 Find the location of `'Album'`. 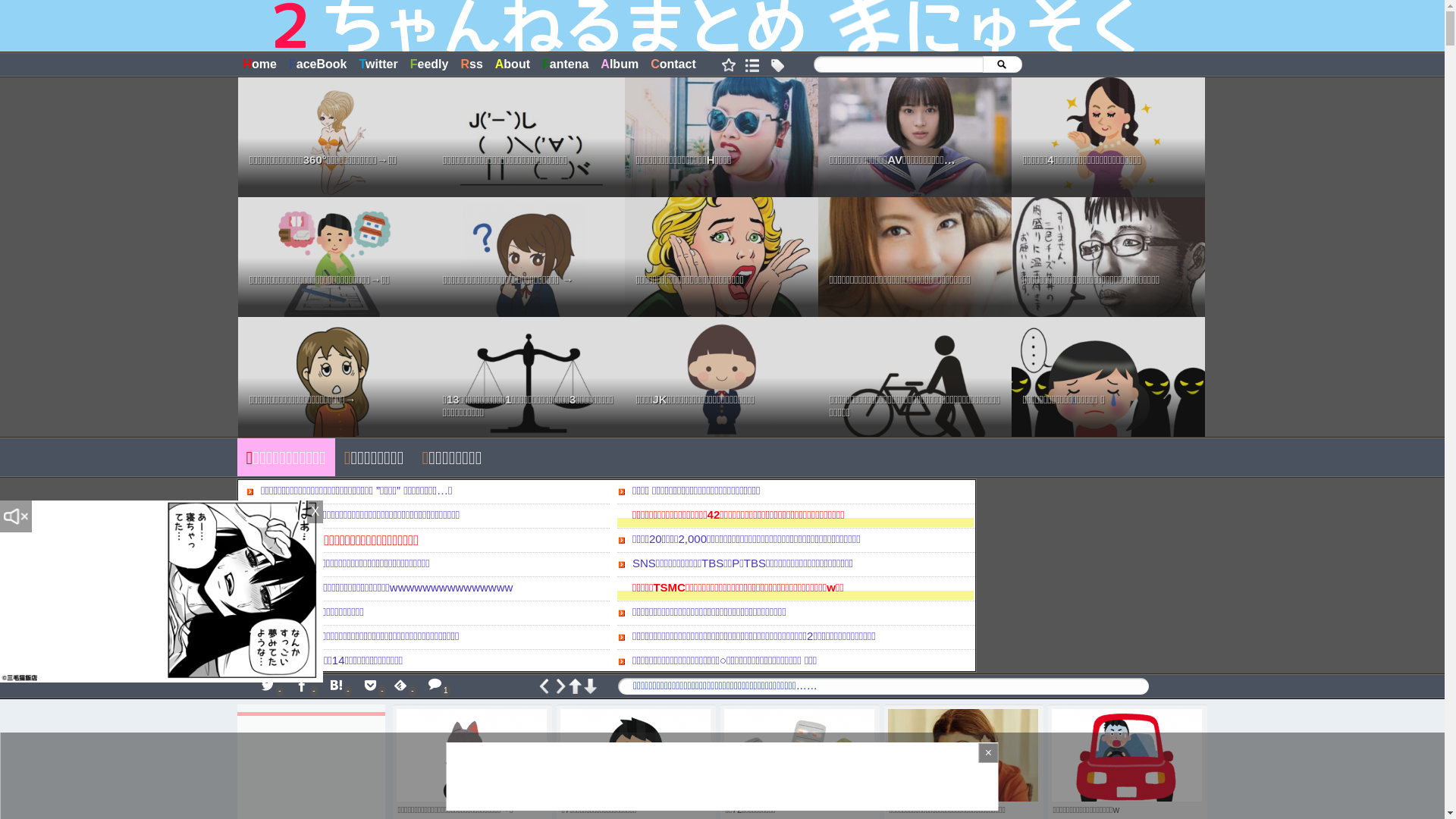

'Album' is located at coordinates (619, 63).